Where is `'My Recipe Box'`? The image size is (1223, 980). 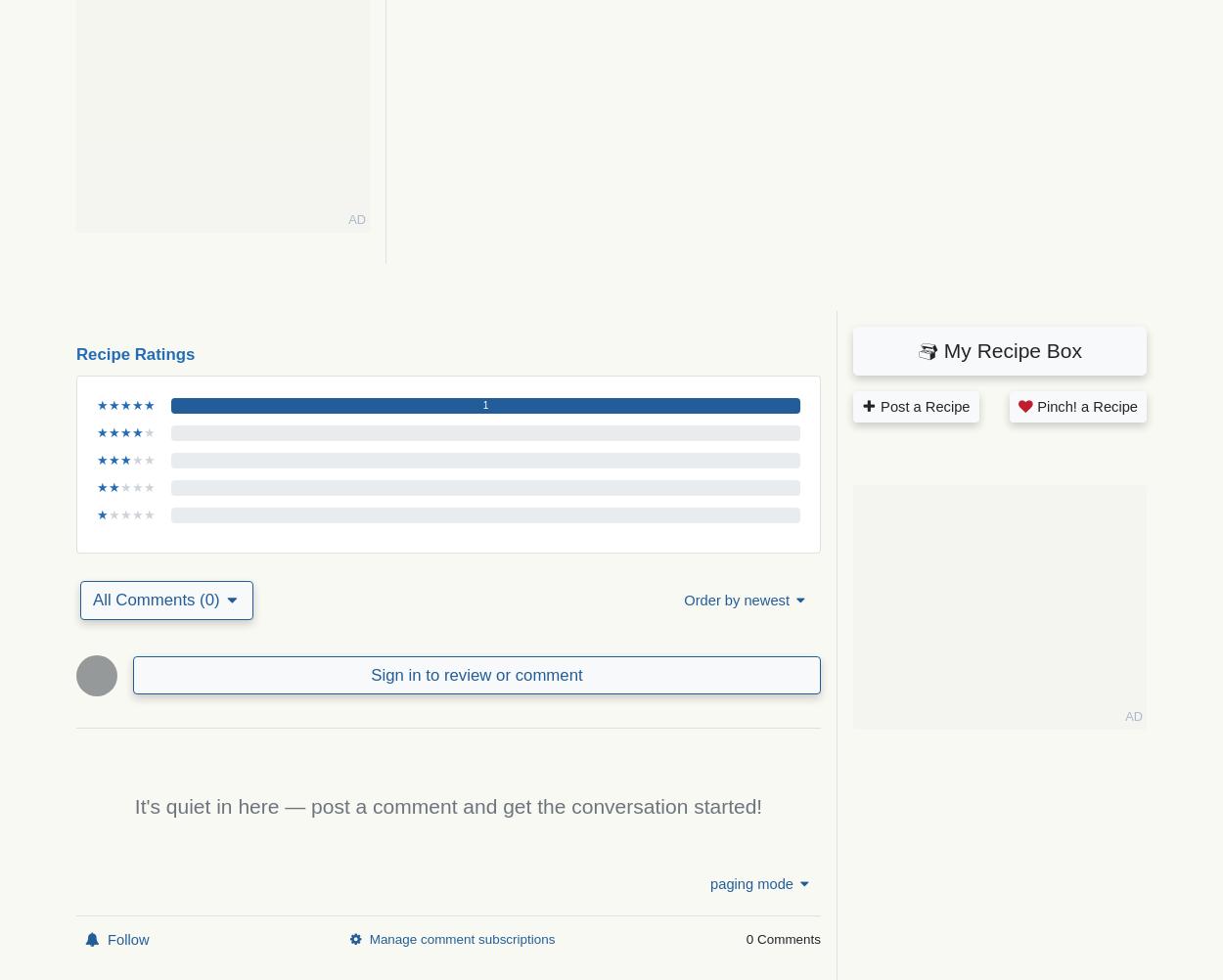 'My Recipe Box' is located at coordinates (1010, 350).